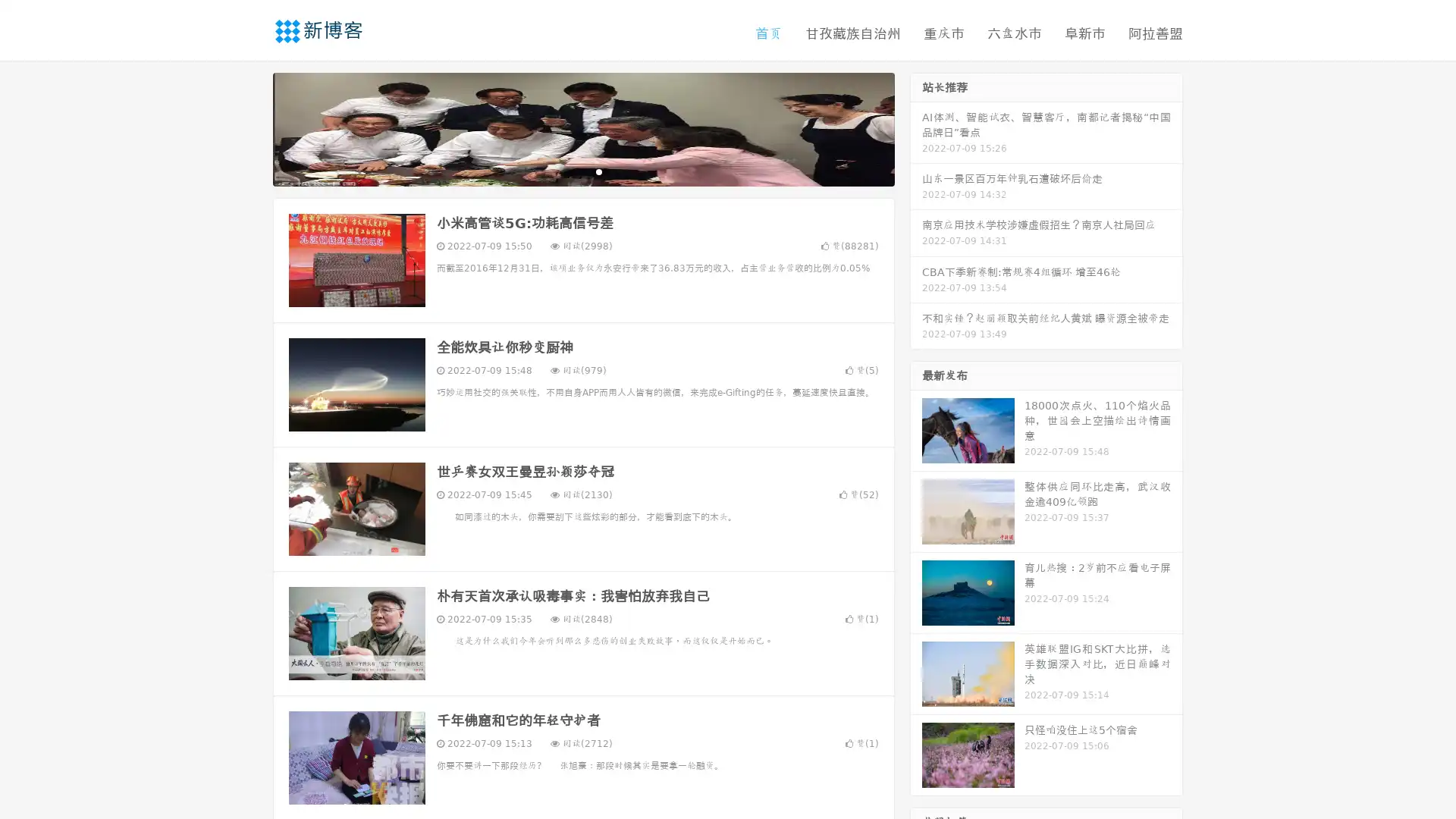 The height and width of the screenshot is (819, 1456). Describe the element at coordinates (250, 127) in the screenshot. I see `Previous slide` at that location.